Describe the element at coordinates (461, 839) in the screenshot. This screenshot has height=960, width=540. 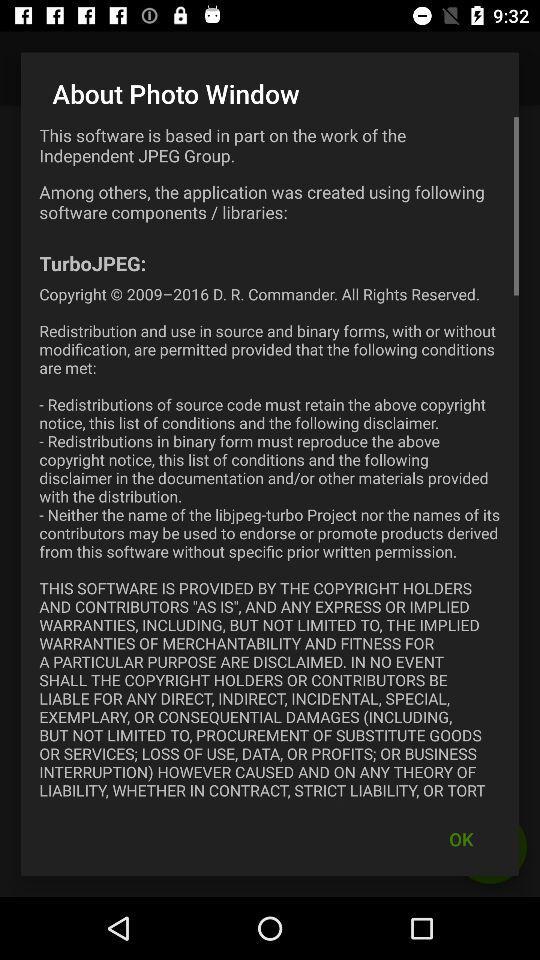
I see `the ok icon` at that location.